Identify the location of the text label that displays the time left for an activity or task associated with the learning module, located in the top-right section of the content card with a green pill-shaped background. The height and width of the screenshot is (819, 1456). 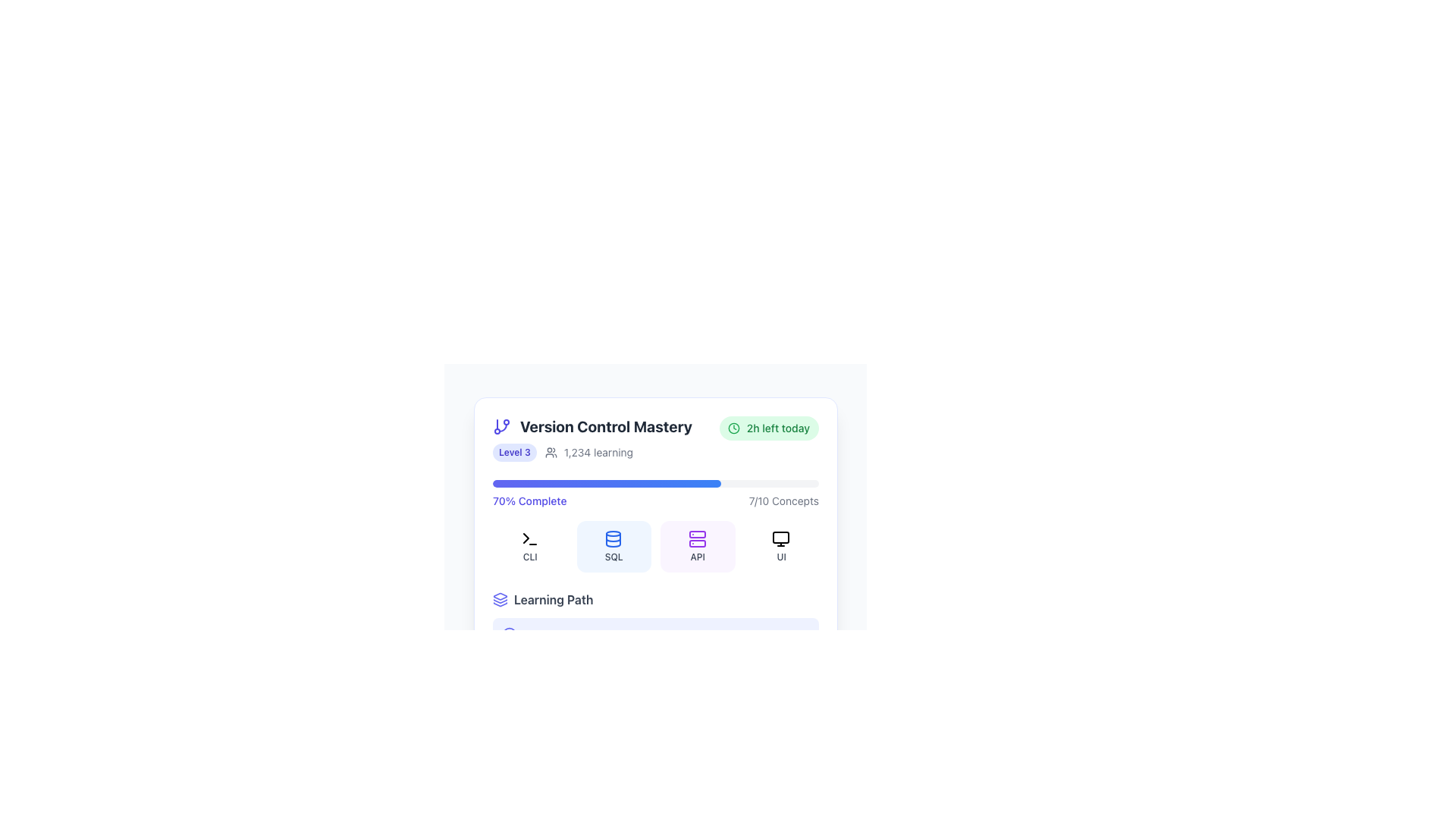
(777, 428).